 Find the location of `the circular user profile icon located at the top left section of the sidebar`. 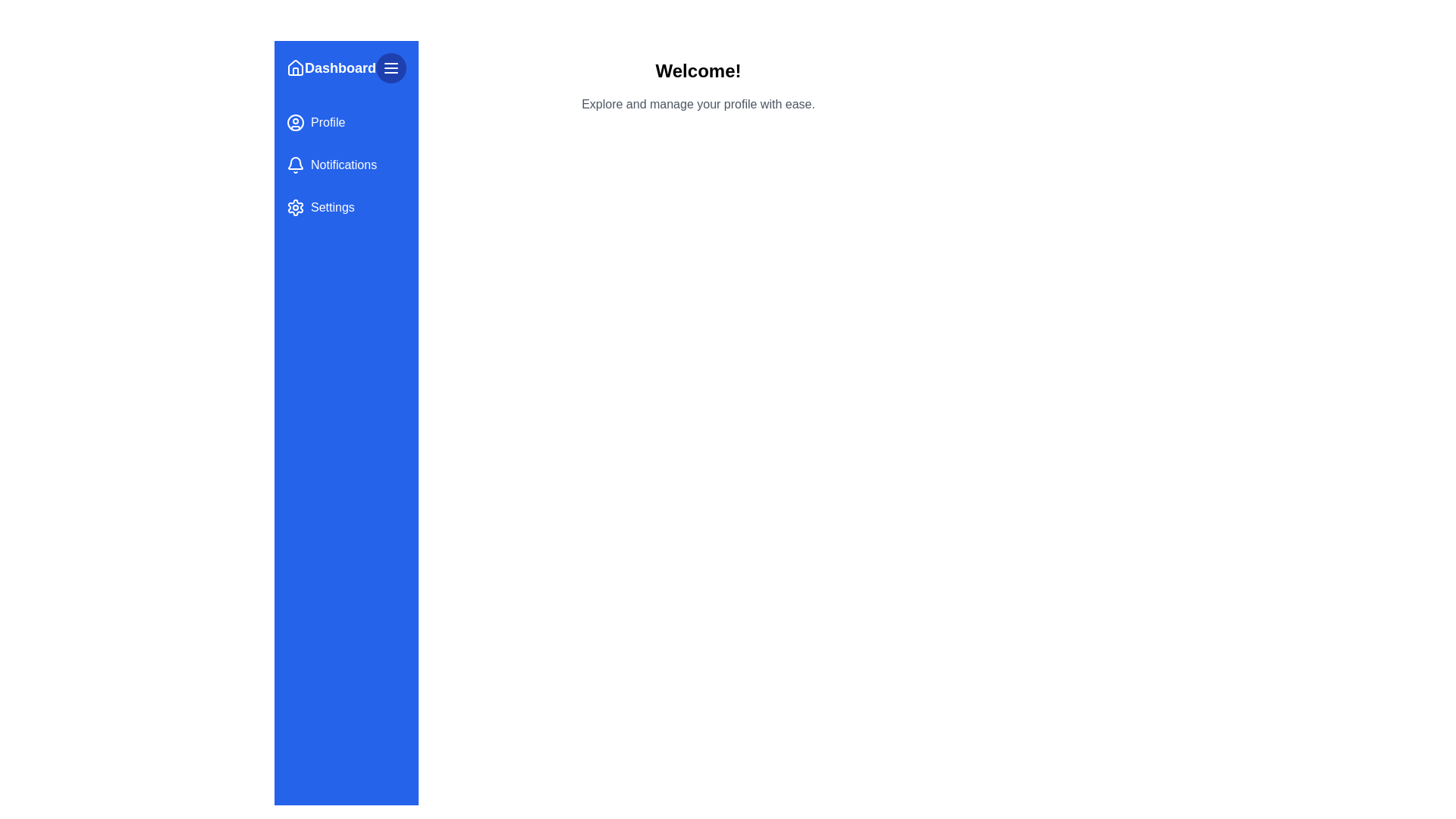

the circular user profile icon located at the top left section of the sidebar is located at coordinates (295, 122).